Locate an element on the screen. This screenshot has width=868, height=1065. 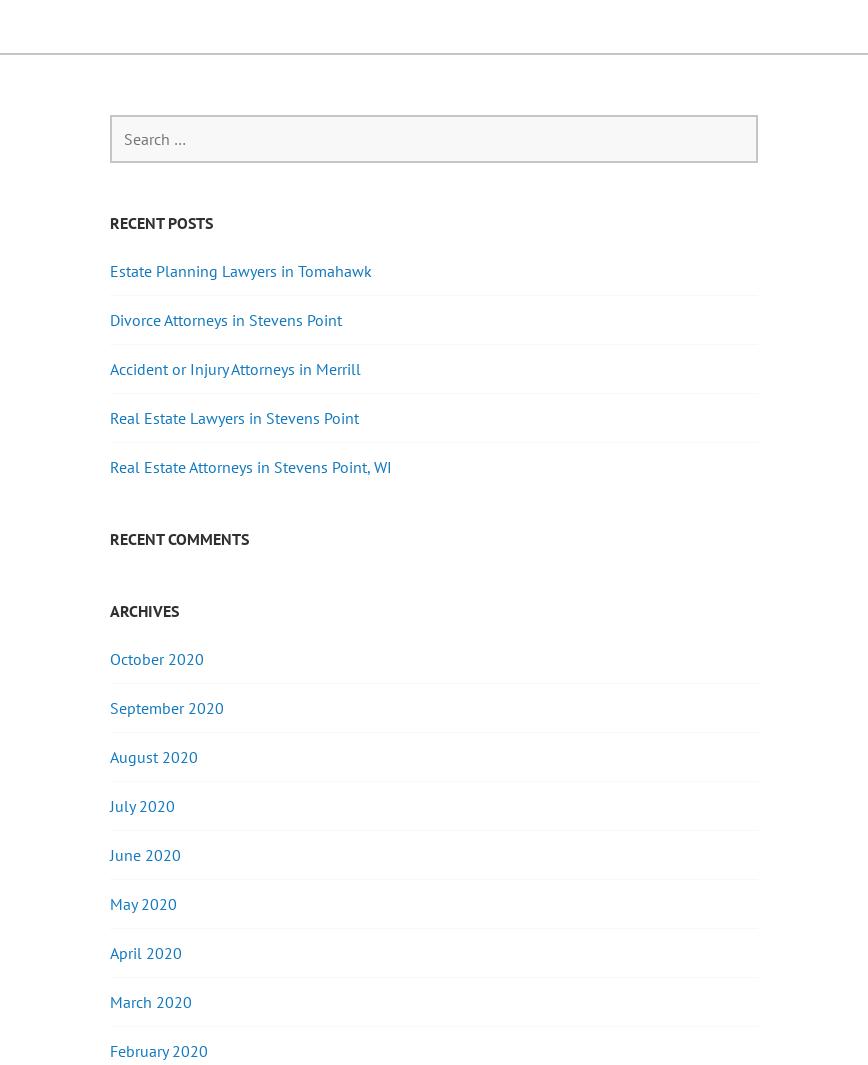
'April 2020' is located at coordinates (109, 952).